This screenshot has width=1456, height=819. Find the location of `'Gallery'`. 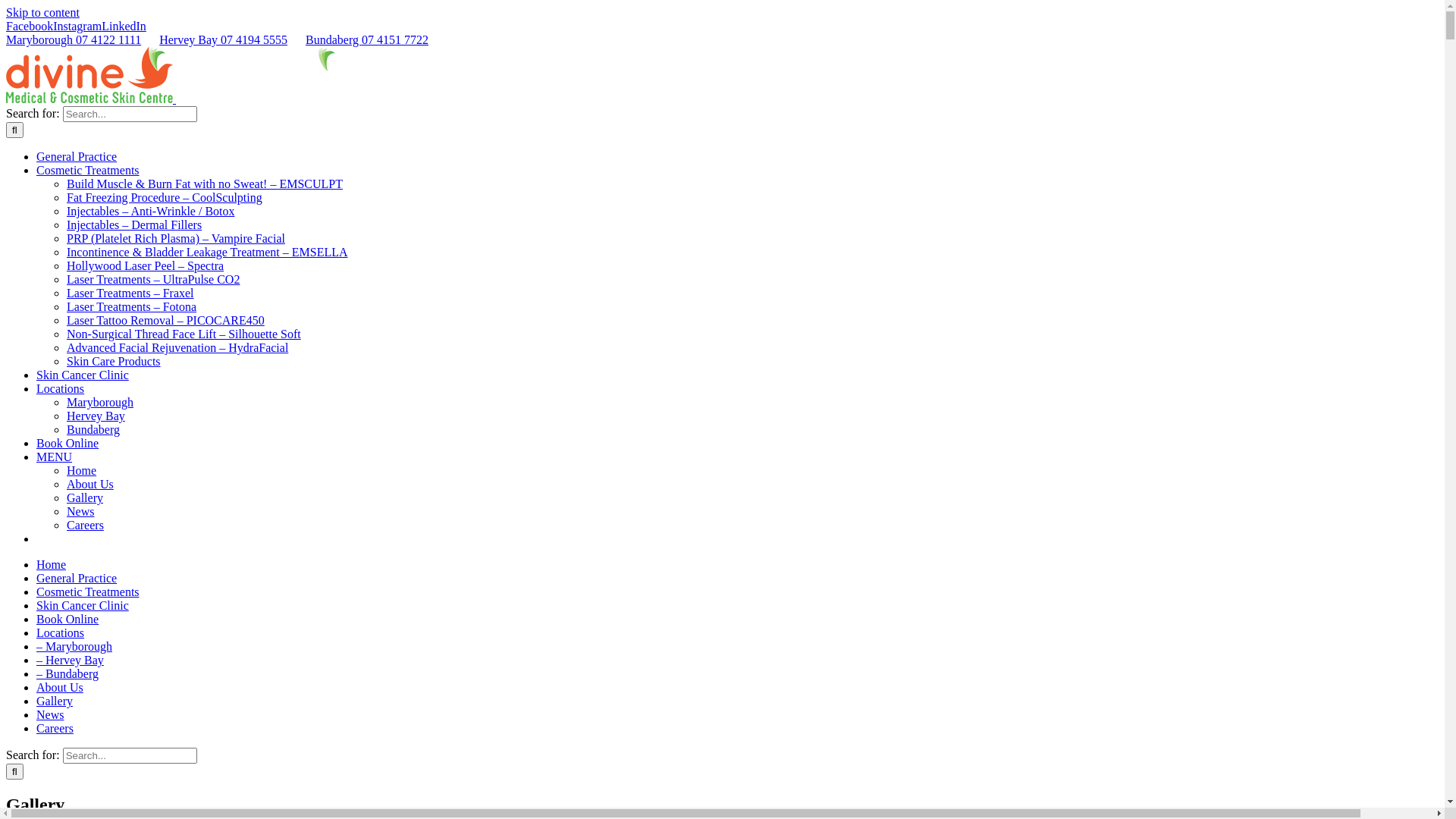

'Gallery' is located at coordinates (55, 701).